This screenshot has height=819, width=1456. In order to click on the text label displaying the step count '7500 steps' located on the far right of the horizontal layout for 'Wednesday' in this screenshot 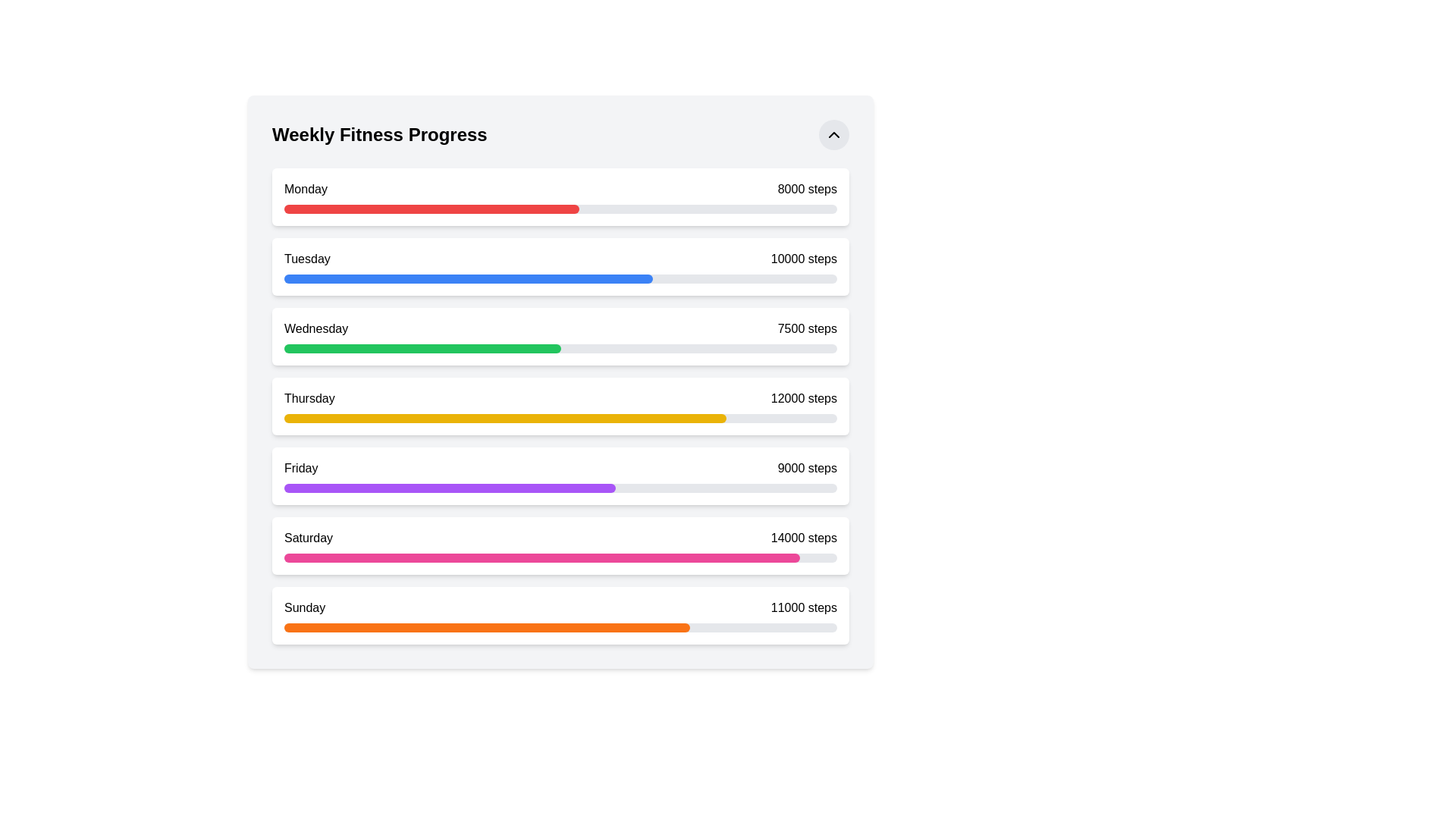, I will do `click(806, 328)`.